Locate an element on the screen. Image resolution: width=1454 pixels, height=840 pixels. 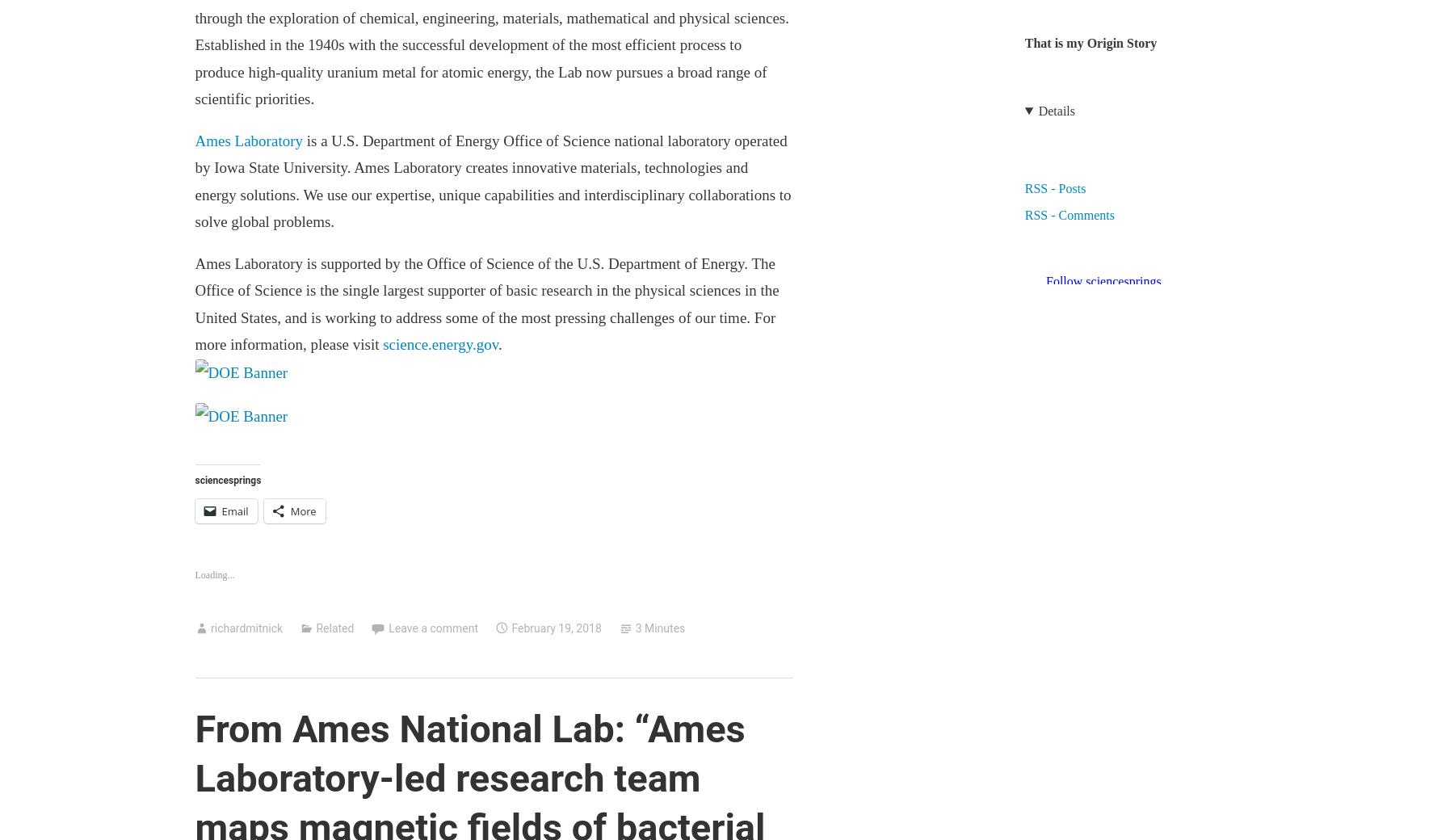
'Related' is located at coordinates (334, 627).